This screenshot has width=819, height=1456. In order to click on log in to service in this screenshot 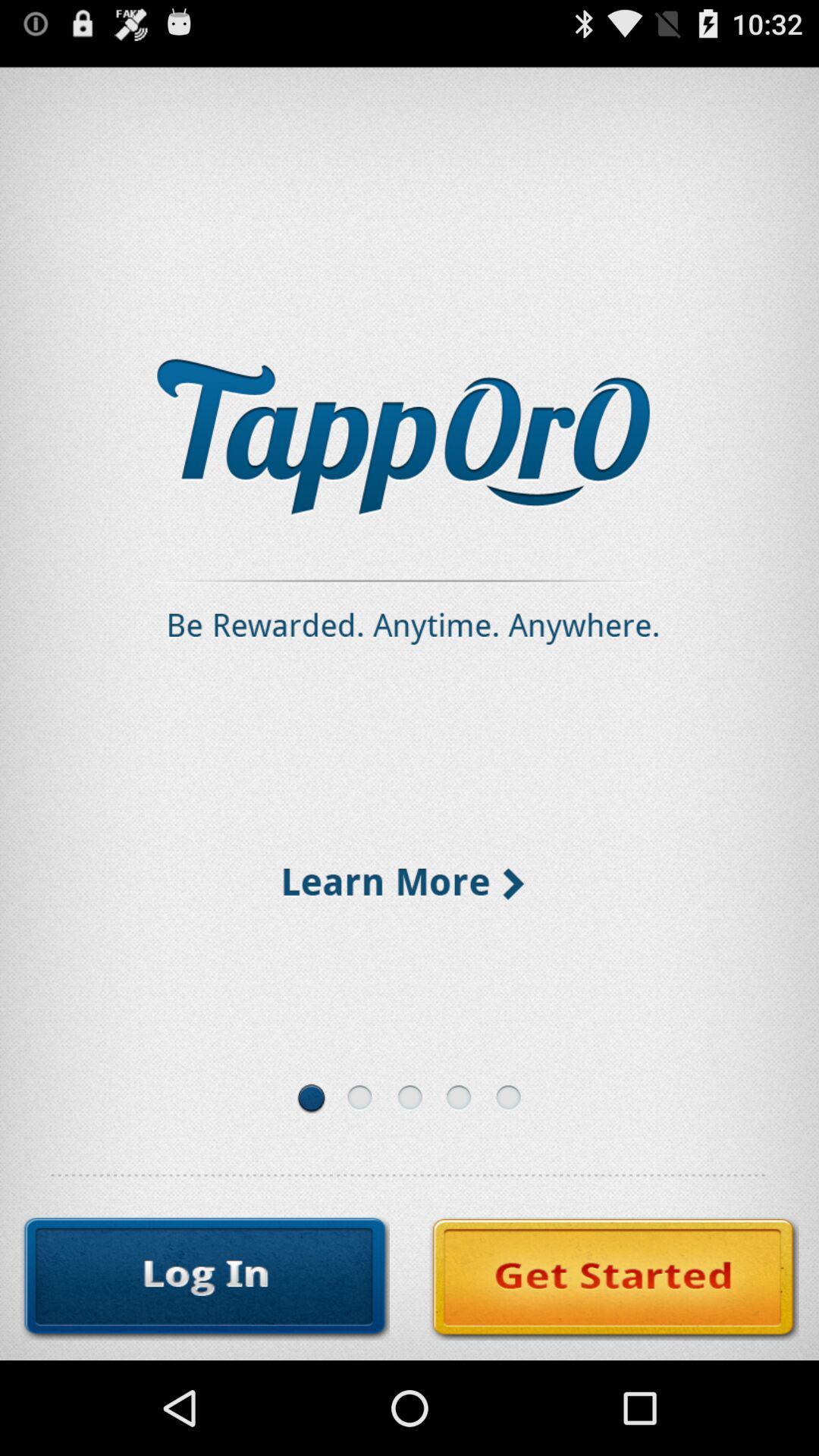, I will do `click(205, 1278)`.